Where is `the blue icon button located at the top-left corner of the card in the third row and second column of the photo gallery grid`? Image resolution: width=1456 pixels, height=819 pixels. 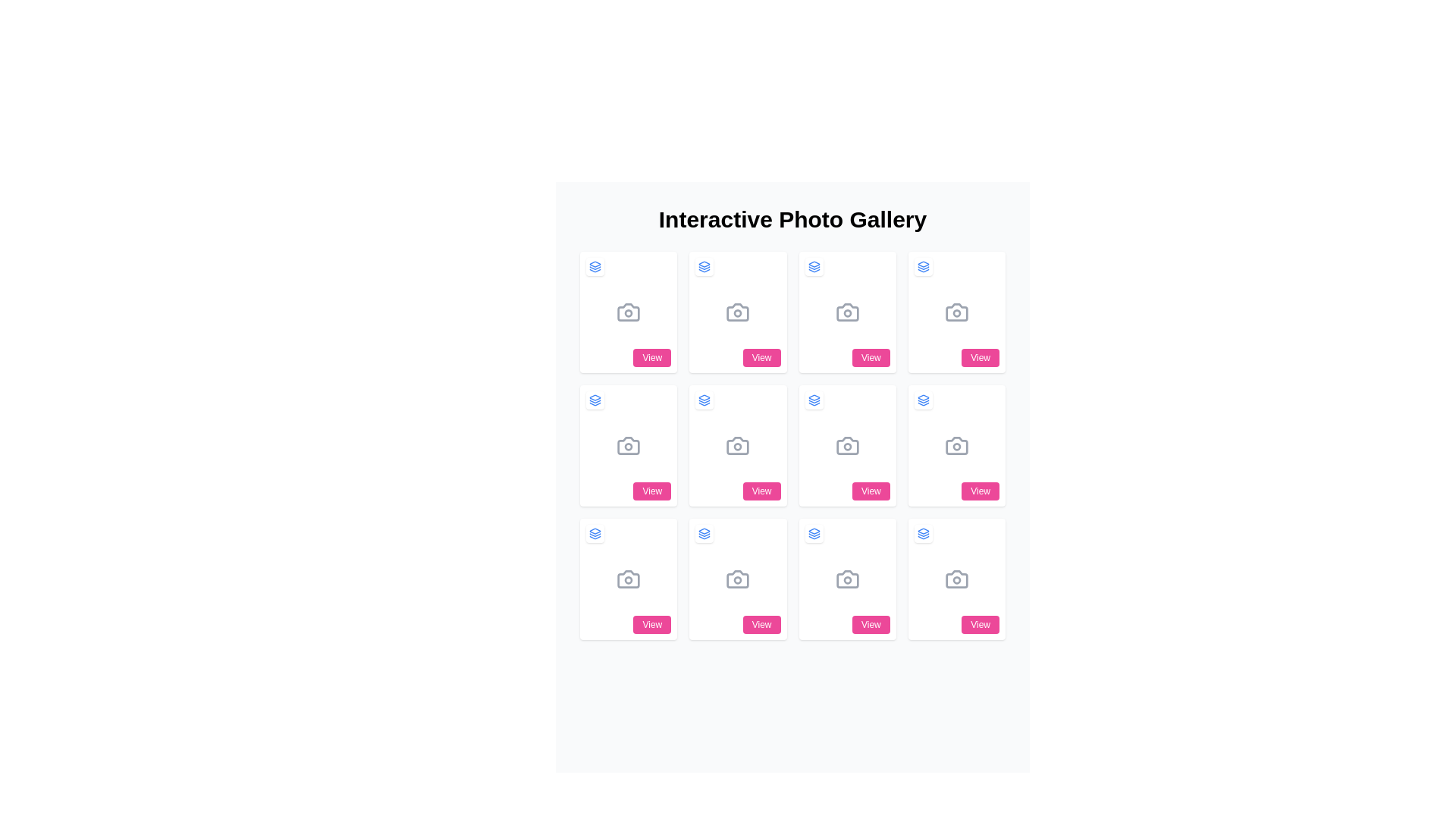 the blue icon button located at the top-left corner of the card in the third row and second column of the photo gallery grid is located at coordinates (704, 400).